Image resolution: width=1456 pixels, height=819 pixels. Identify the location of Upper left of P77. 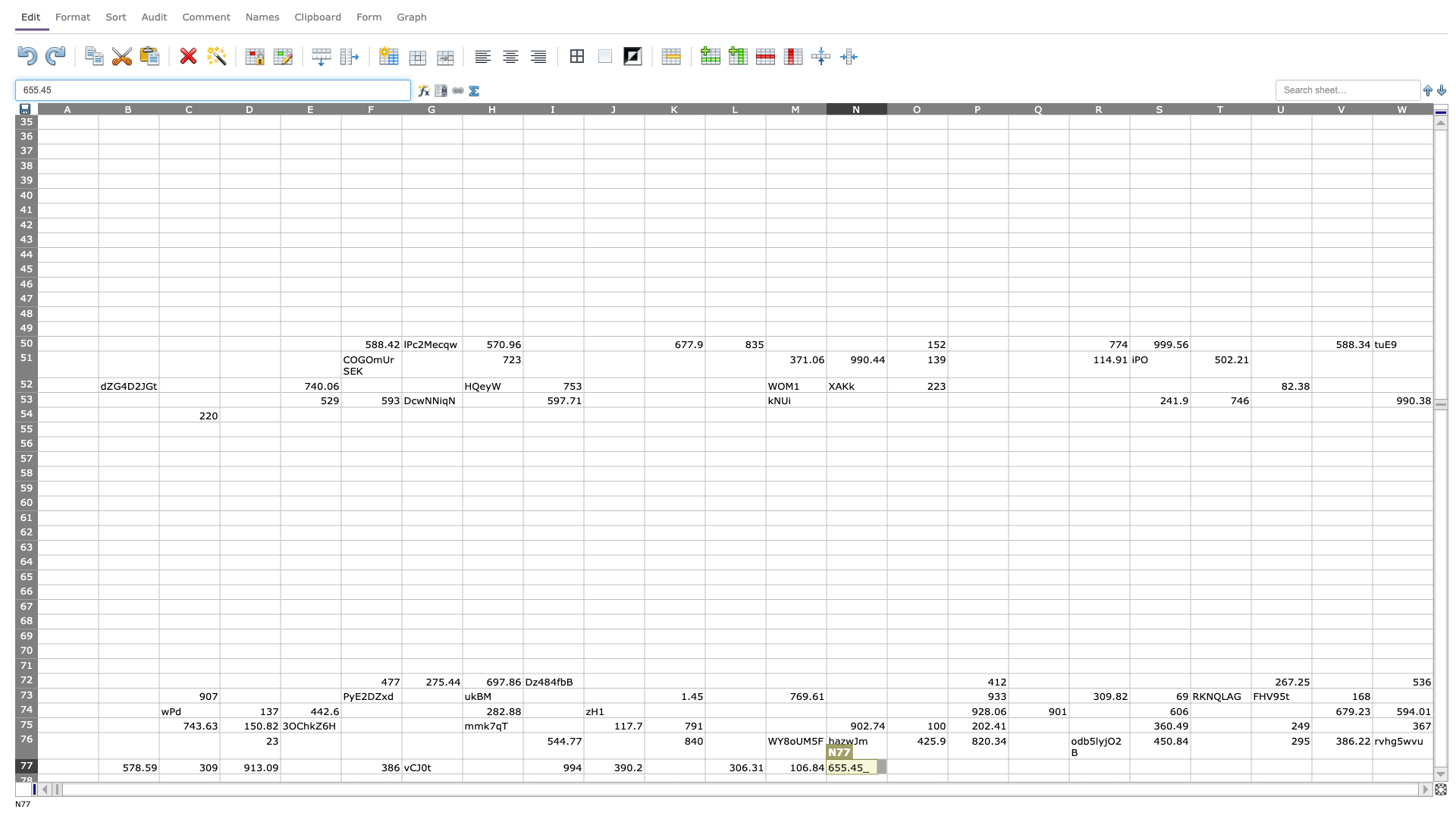
(946, 759).